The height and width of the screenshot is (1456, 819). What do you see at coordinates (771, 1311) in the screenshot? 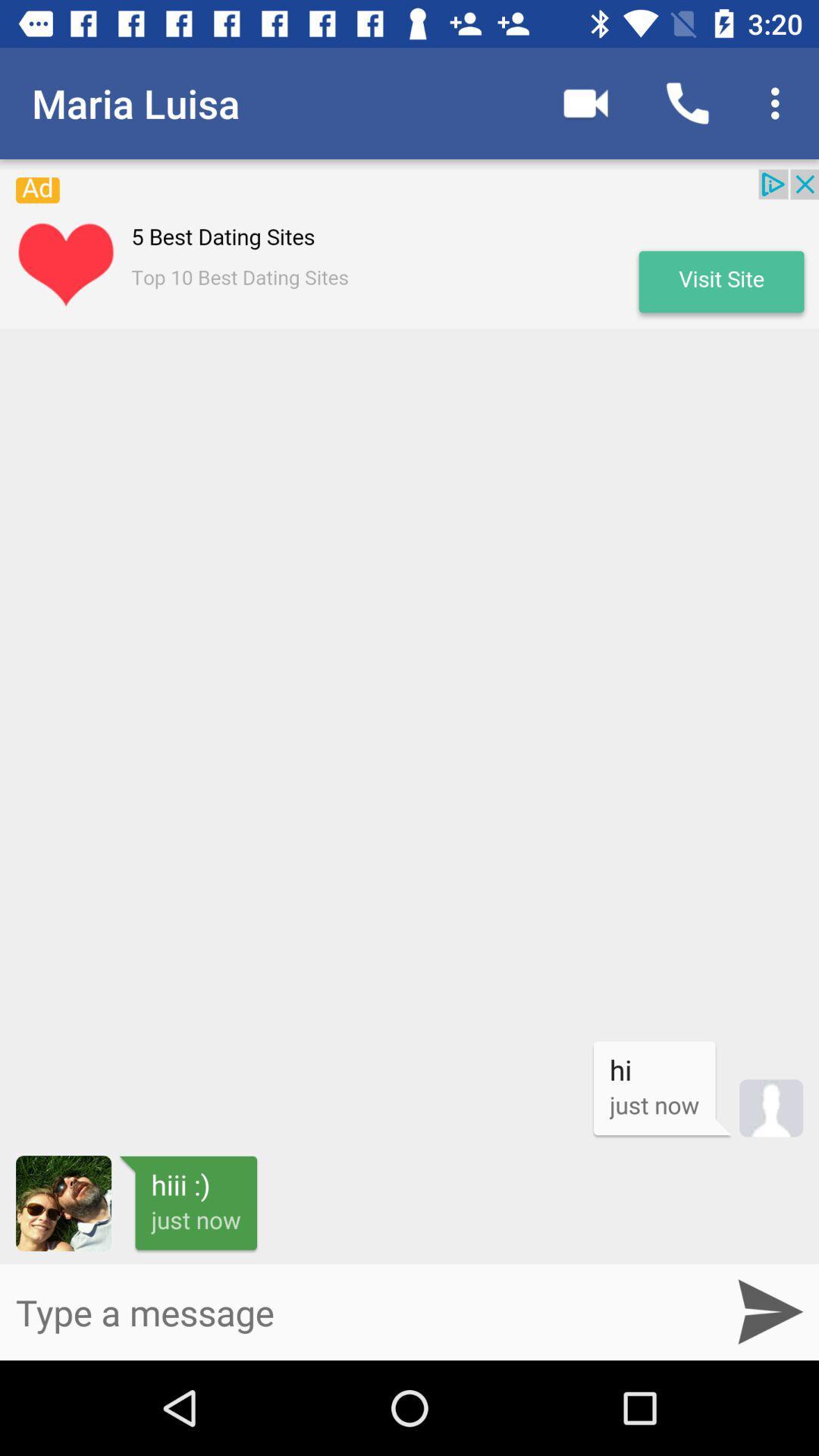
I see `the send icon` at bounding box center [771, 1311].